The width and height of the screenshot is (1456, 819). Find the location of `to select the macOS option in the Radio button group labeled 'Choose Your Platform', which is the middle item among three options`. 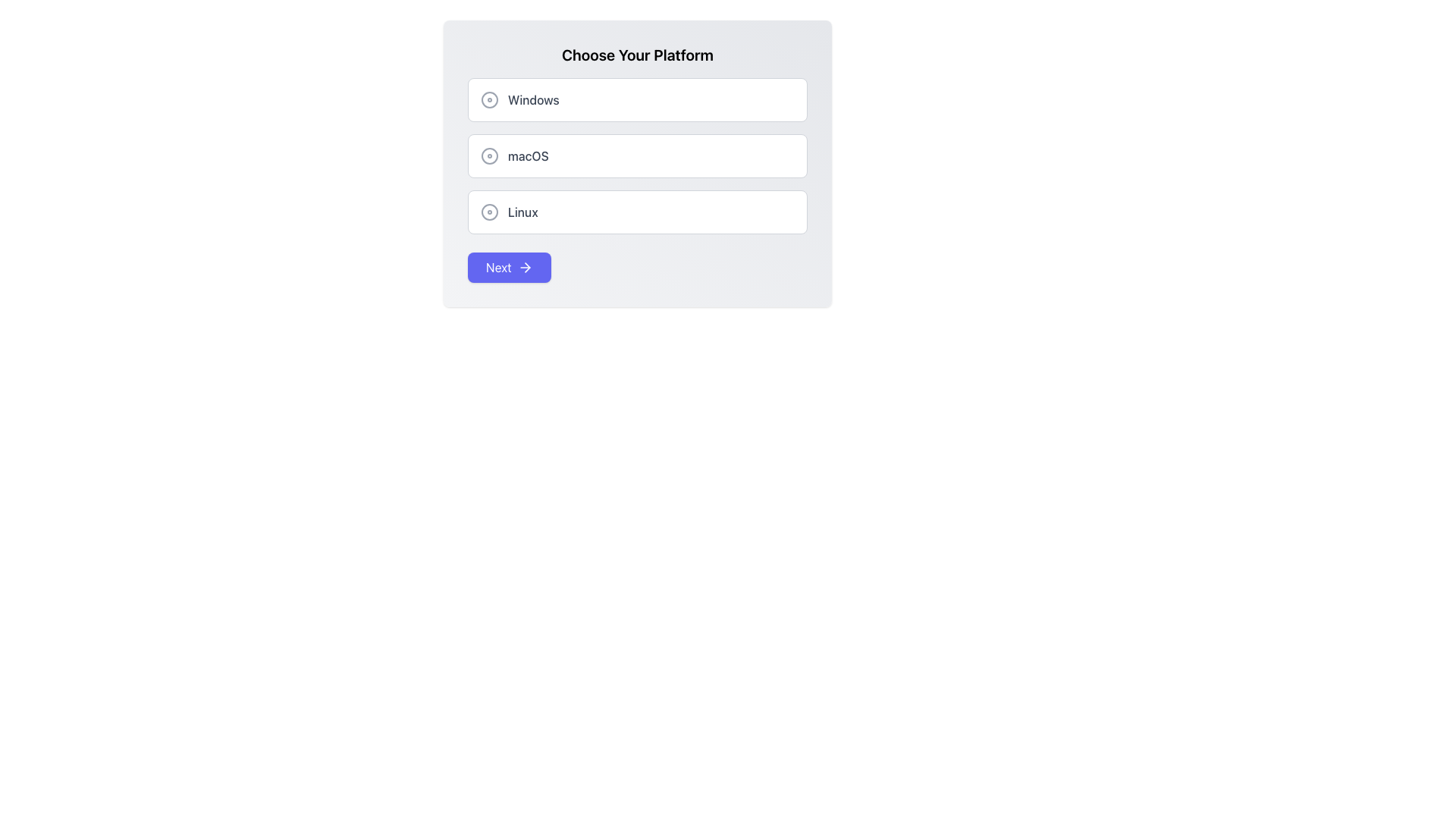

to select the macOS option in the Radio button group labeled 'Choose Your Platform', which is the middle item among three options is located at coordinates (637, 155).